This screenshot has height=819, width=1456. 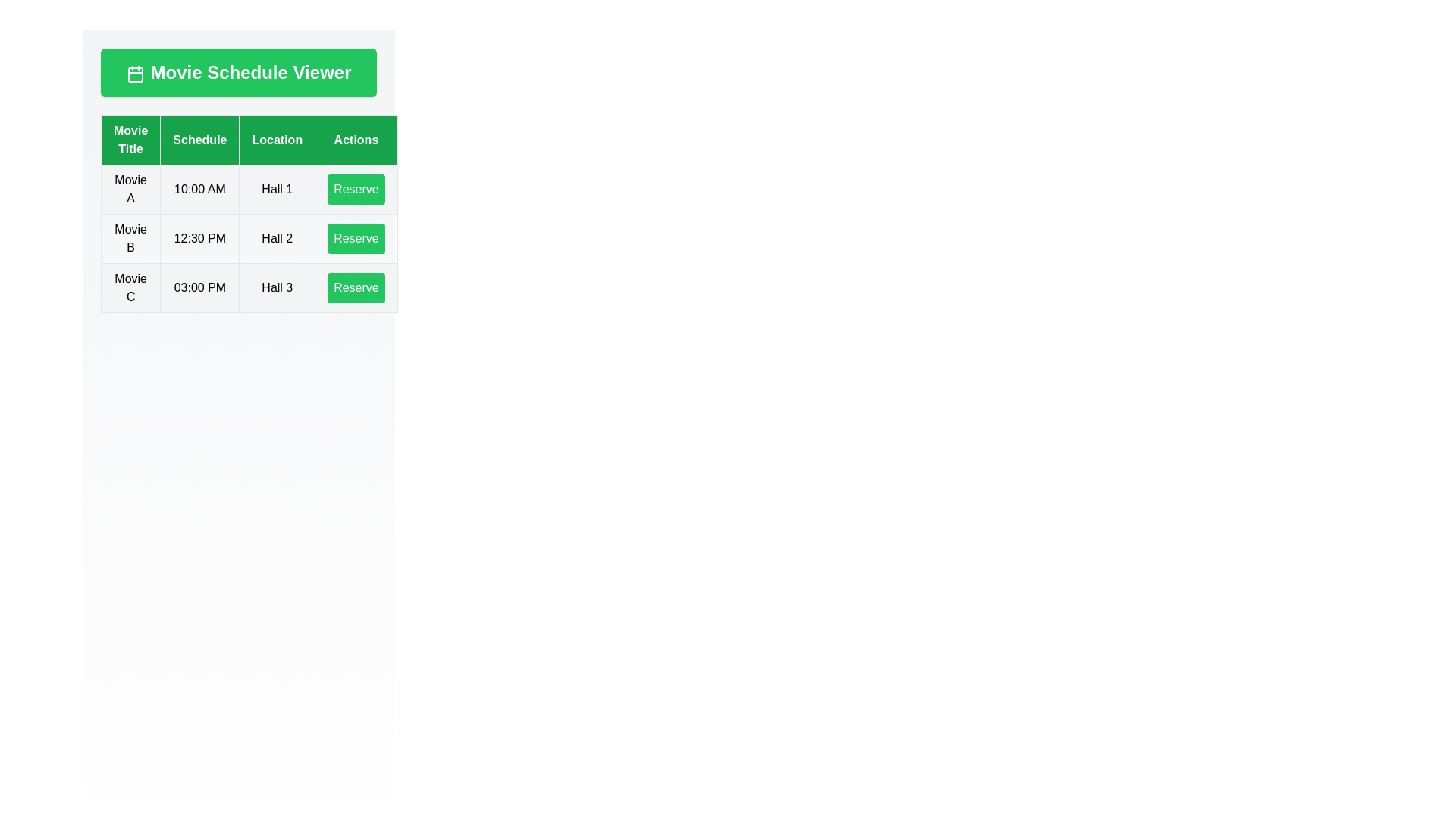 What do you see at coordinates (356, 189) in the screenshot?
I see `the reservation button for Movie A` at bounding box center [356, 189].